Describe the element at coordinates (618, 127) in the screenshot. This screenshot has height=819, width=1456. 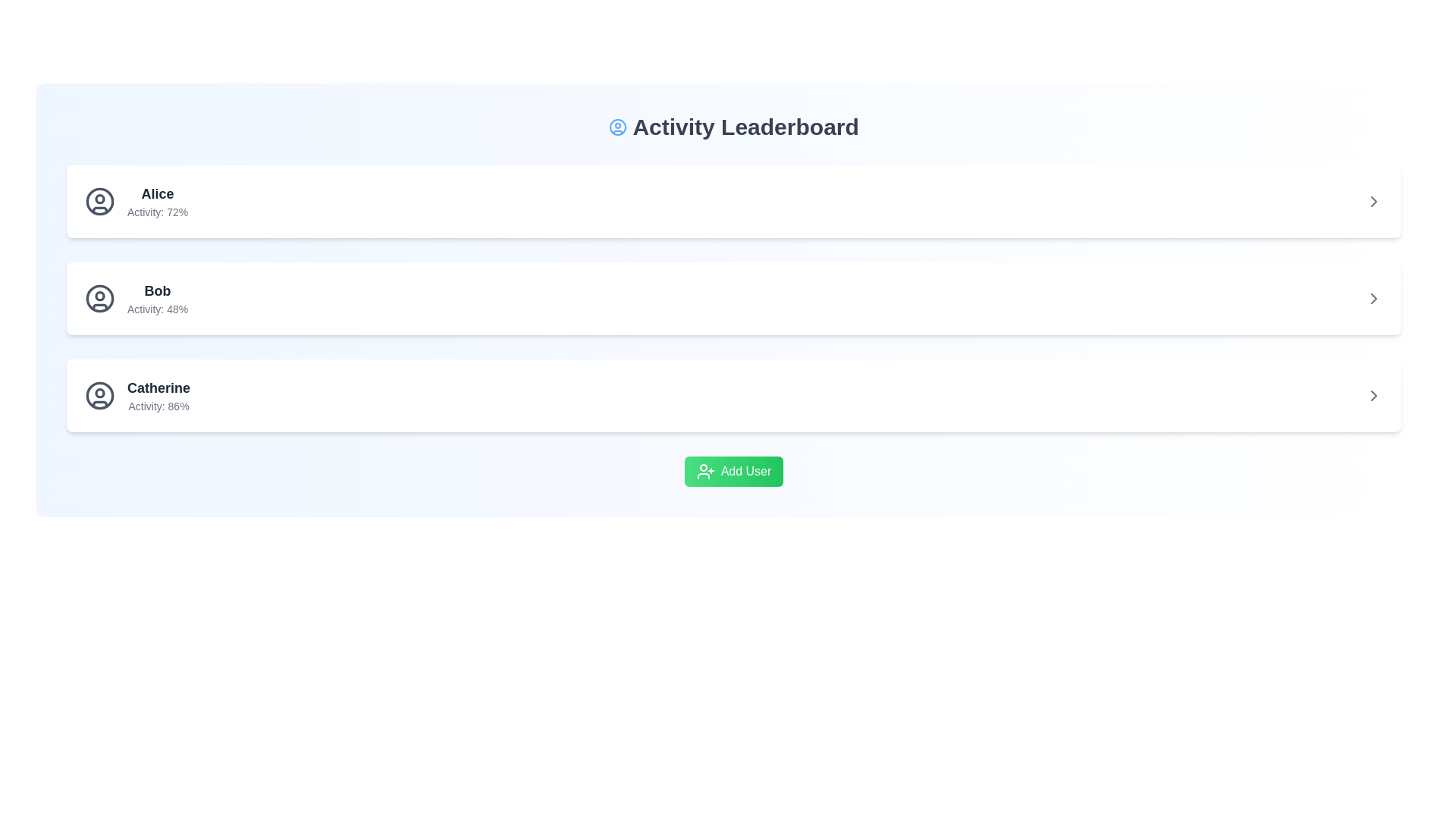
I see `the graphical icon (SVG element) located at the top-left corner of the interface, which represents user-related content and is positioned to the right of the title 'Activity Leaderboard'` at that location.